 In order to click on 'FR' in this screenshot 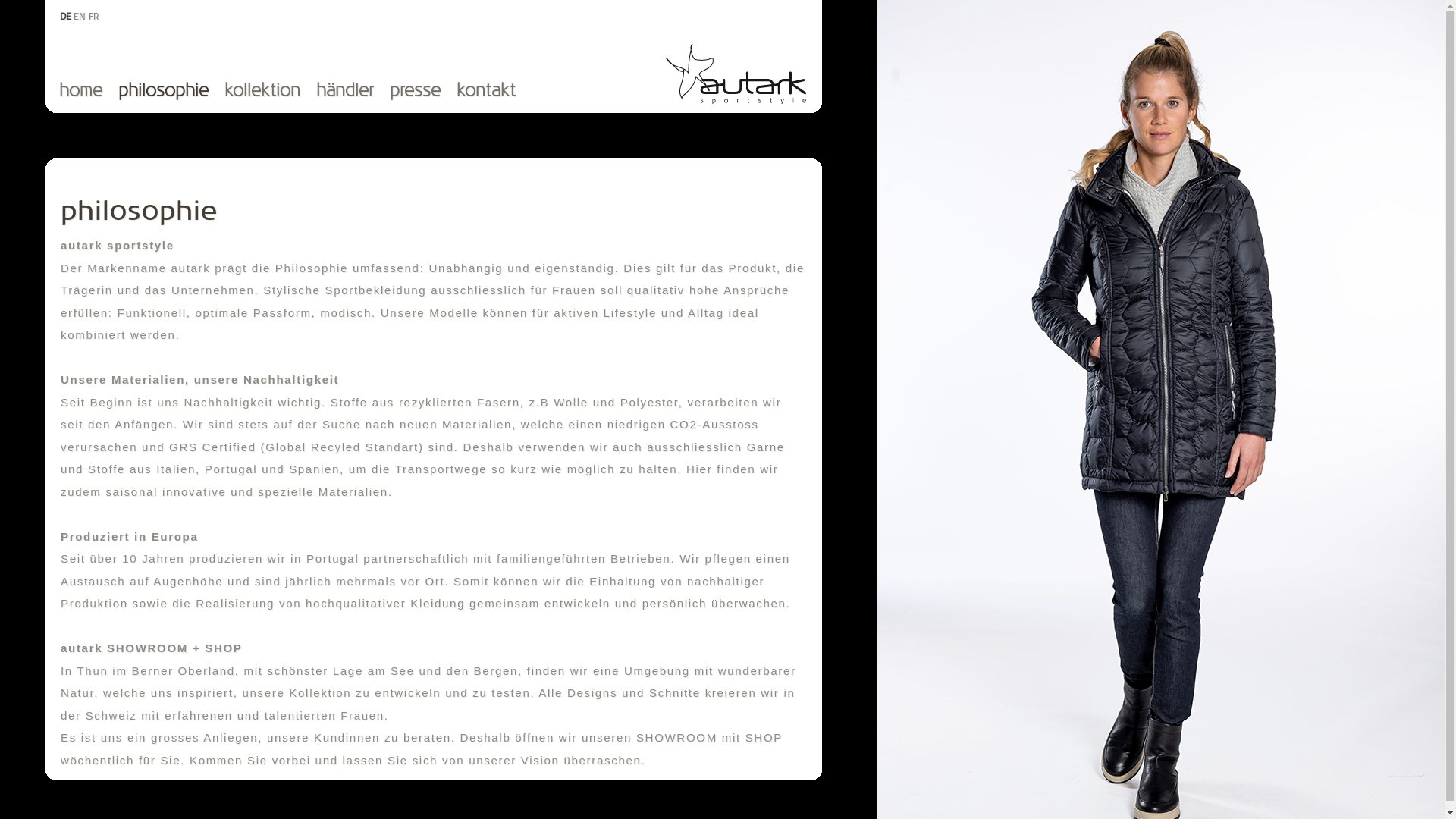, I will do `click(93, 17)`.